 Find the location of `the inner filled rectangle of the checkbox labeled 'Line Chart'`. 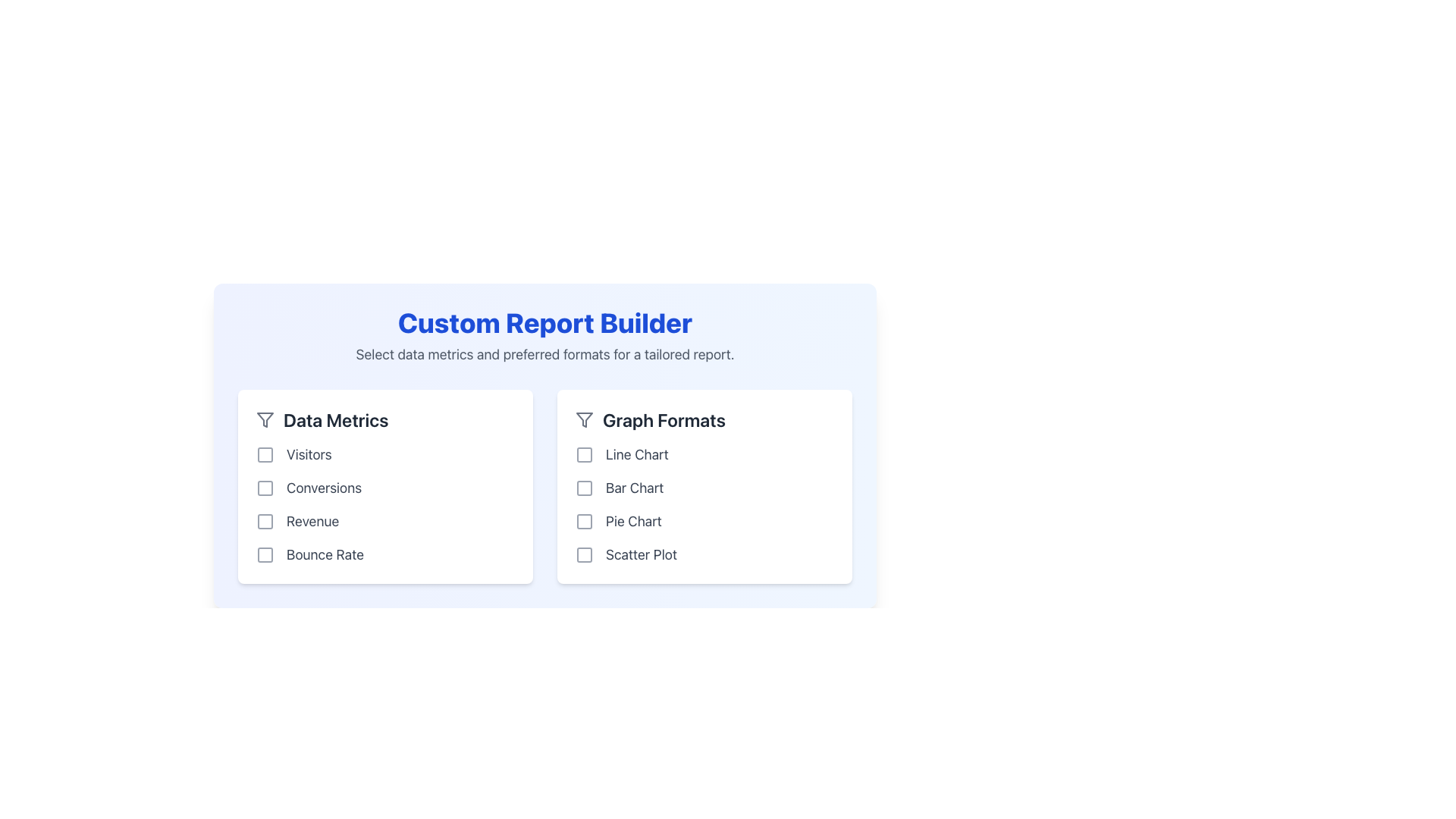

the inner filled rectangle of the checkbox labeled 'Line Chart' is located at coordinates (584, 454).